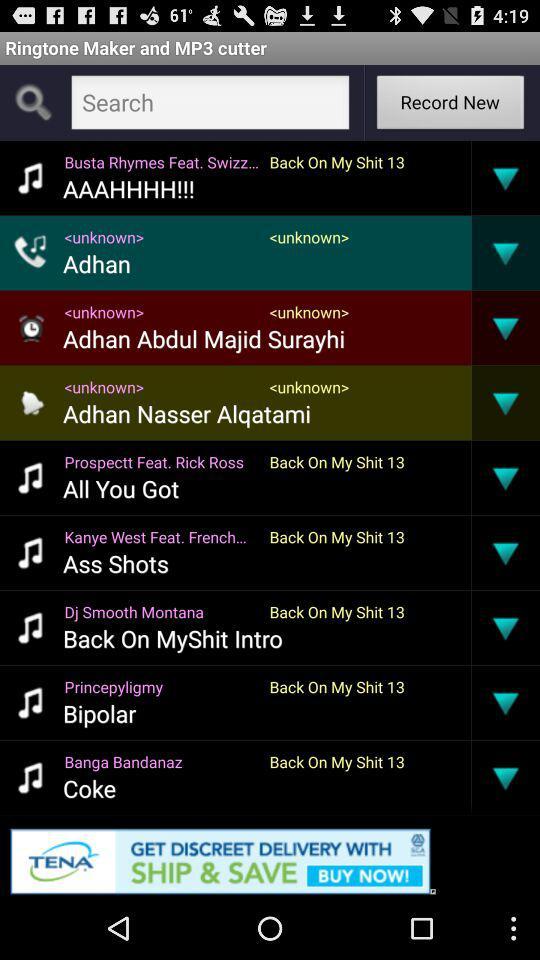 This screenshot has width=540, height=960. I want to click on item to the left of back on my, so click(160, 610).